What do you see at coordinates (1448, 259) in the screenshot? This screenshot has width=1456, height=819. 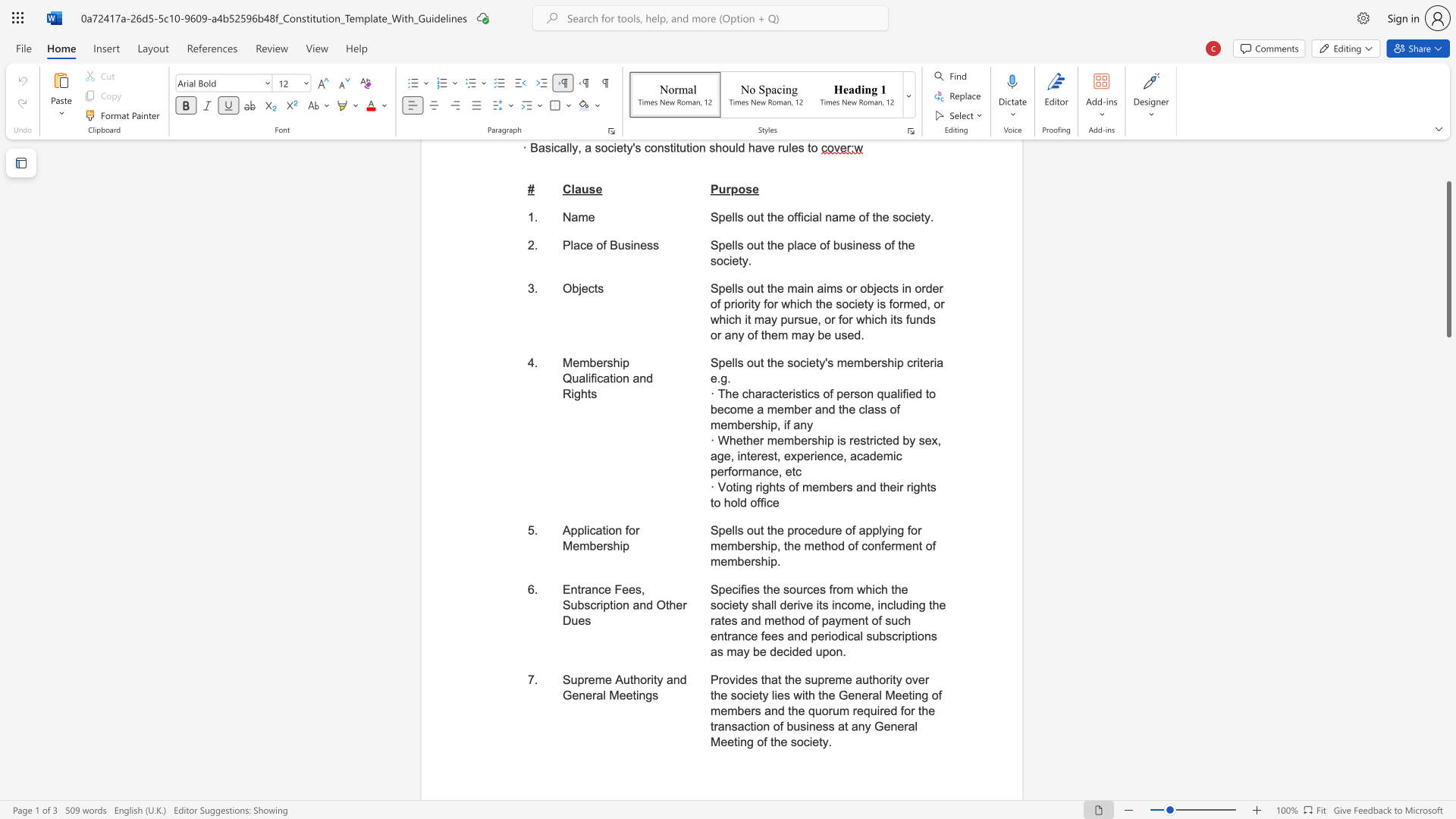 I see `the scrollbar and move down 290 pixels` at bounding box center [1448, 259].